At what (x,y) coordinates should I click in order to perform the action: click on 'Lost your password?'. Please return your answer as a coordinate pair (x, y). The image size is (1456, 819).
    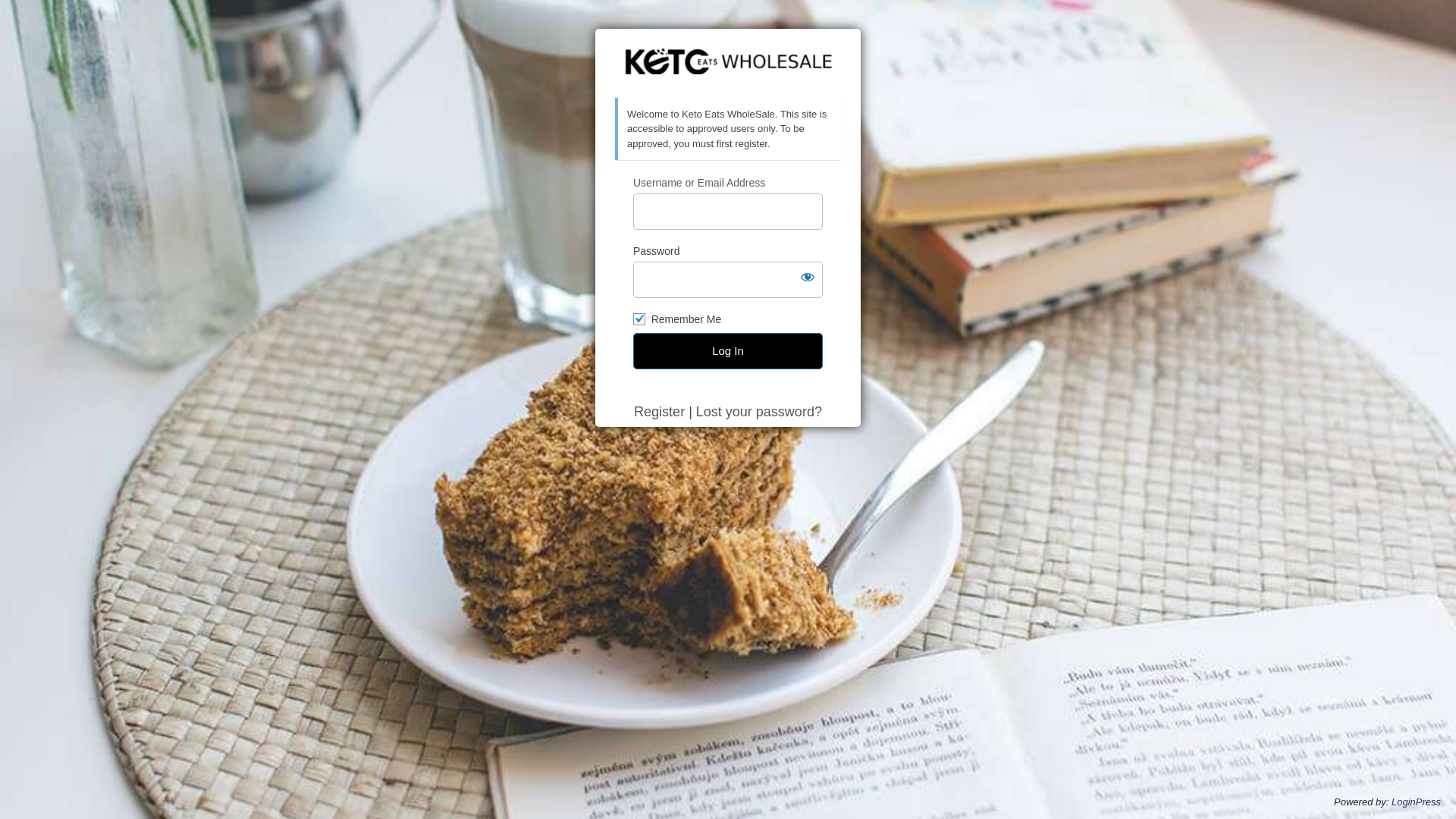
    Looking at the image, I should click on (759, 412).